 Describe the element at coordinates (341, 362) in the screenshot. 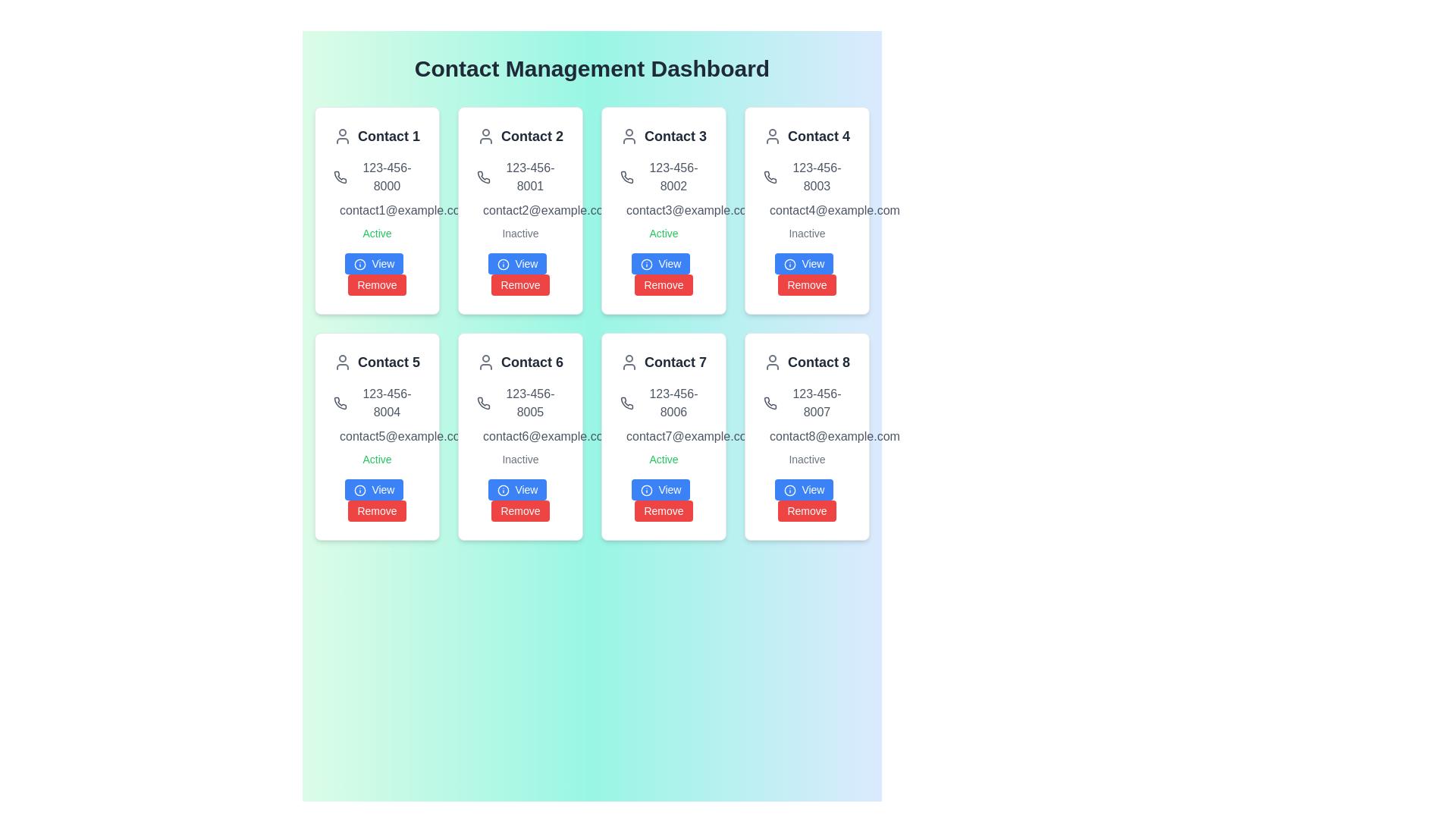

I see `the user icon vector graphic located at the top left of the 'Contact 5' card in the contact management dashboard` at that location.